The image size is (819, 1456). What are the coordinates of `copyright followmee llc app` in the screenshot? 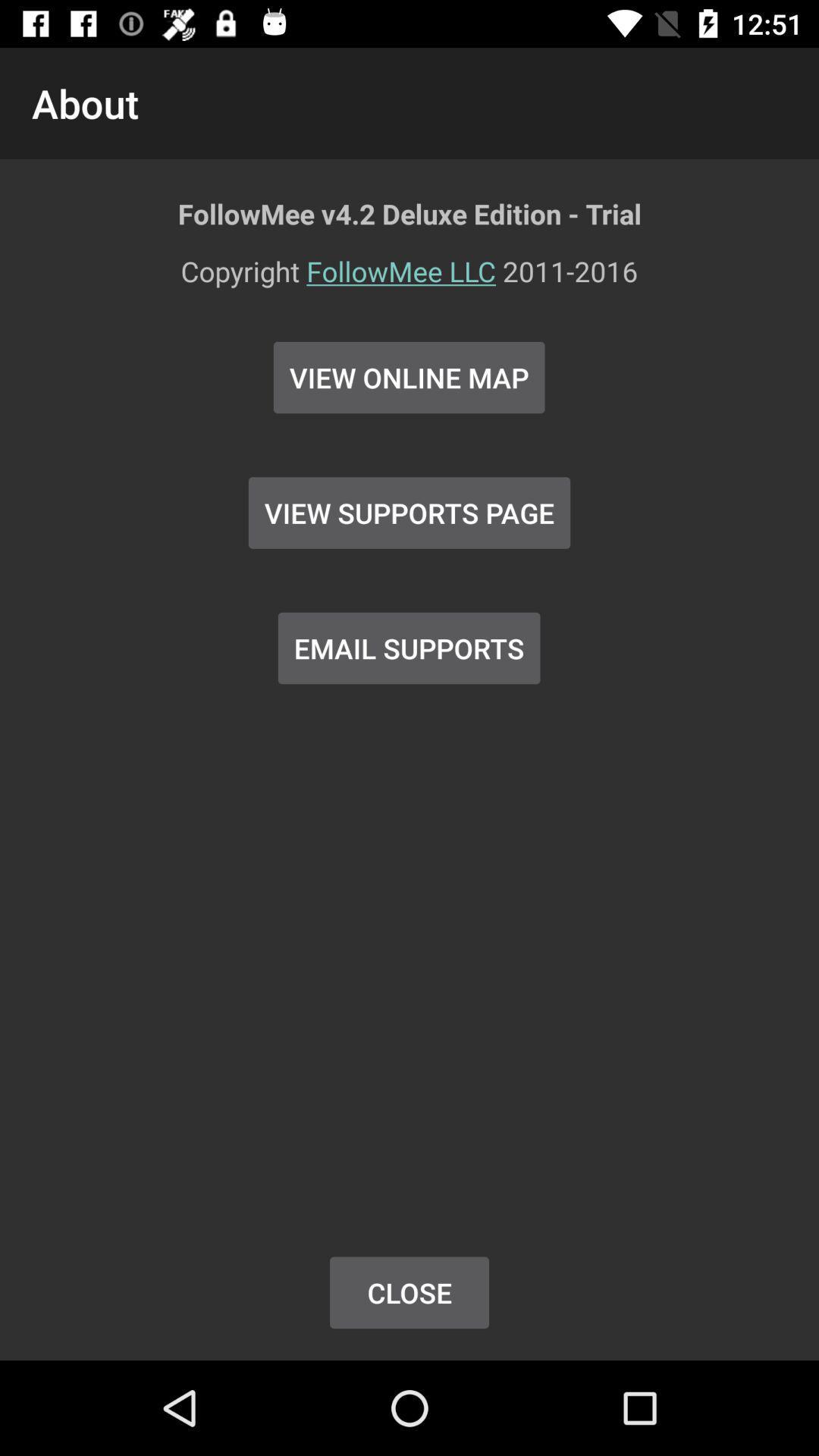 It's located at (409, 281).